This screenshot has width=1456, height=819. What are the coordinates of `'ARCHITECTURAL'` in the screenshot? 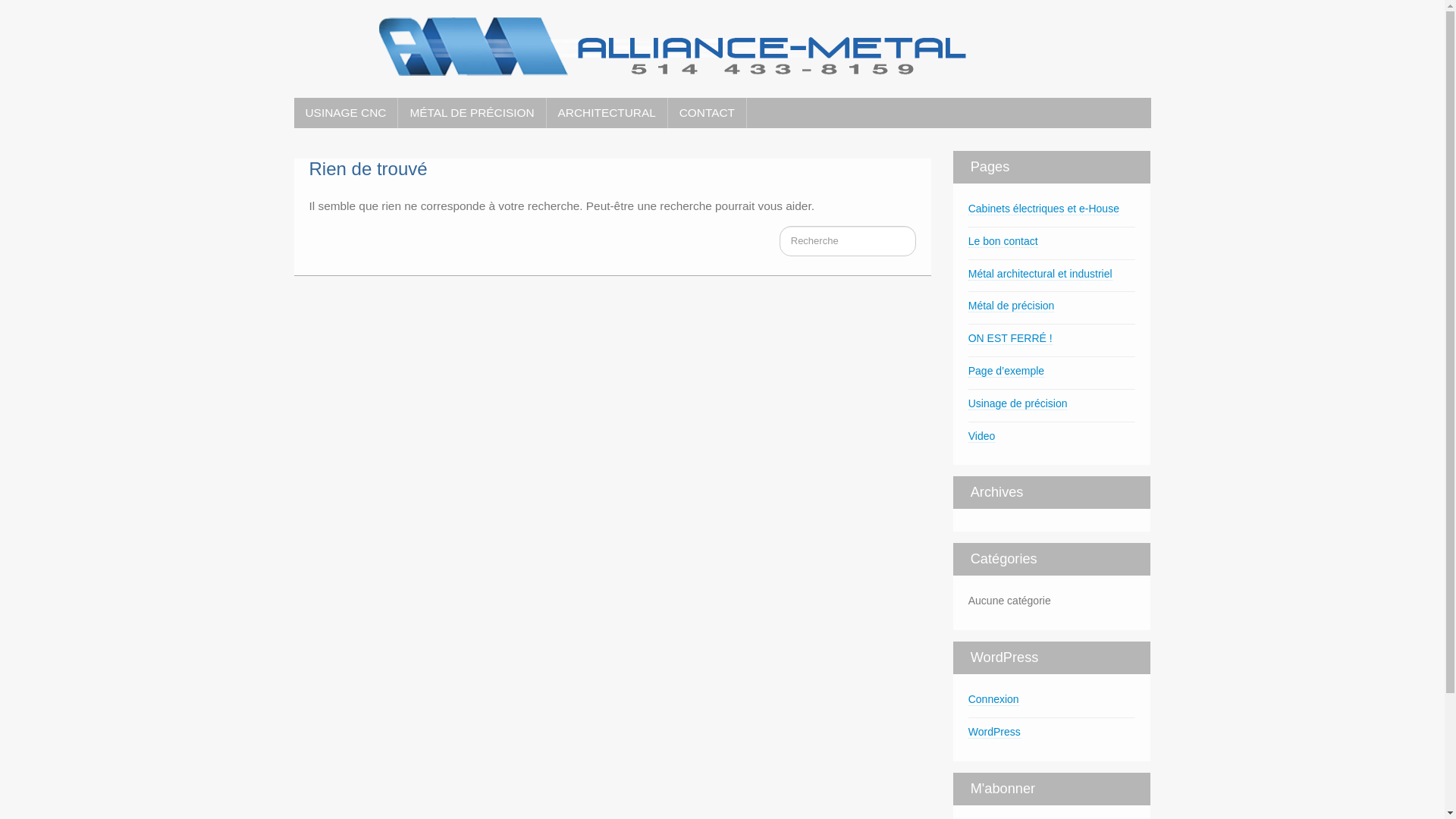 It's located at (607, 112).